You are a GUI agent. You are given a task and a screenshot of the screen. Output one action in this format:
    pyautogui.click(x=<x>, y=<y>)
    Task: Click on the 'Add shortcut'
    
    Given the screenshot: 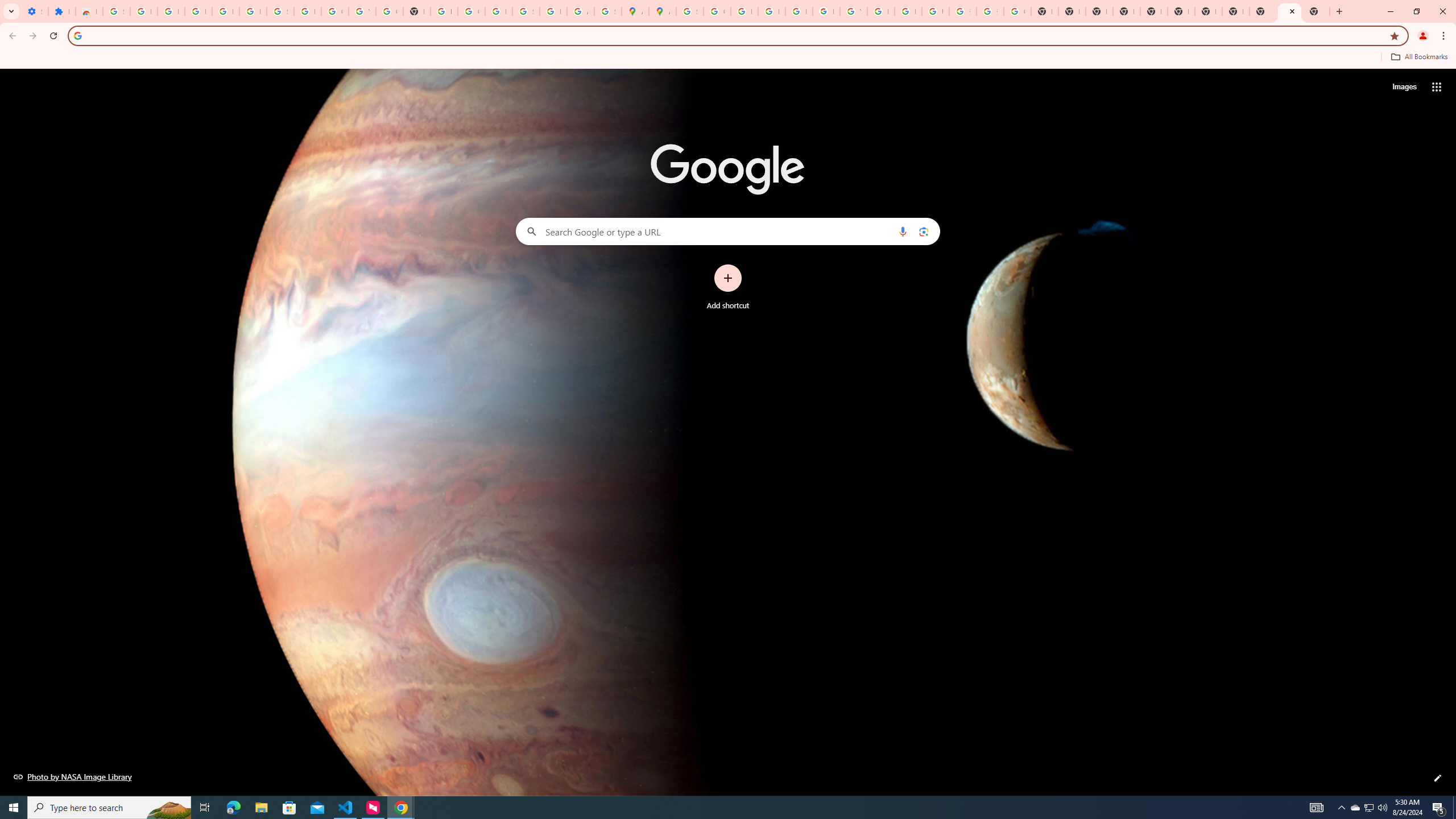 What is the action you would take?
    pyautogui.click(x=728, y=287)
    